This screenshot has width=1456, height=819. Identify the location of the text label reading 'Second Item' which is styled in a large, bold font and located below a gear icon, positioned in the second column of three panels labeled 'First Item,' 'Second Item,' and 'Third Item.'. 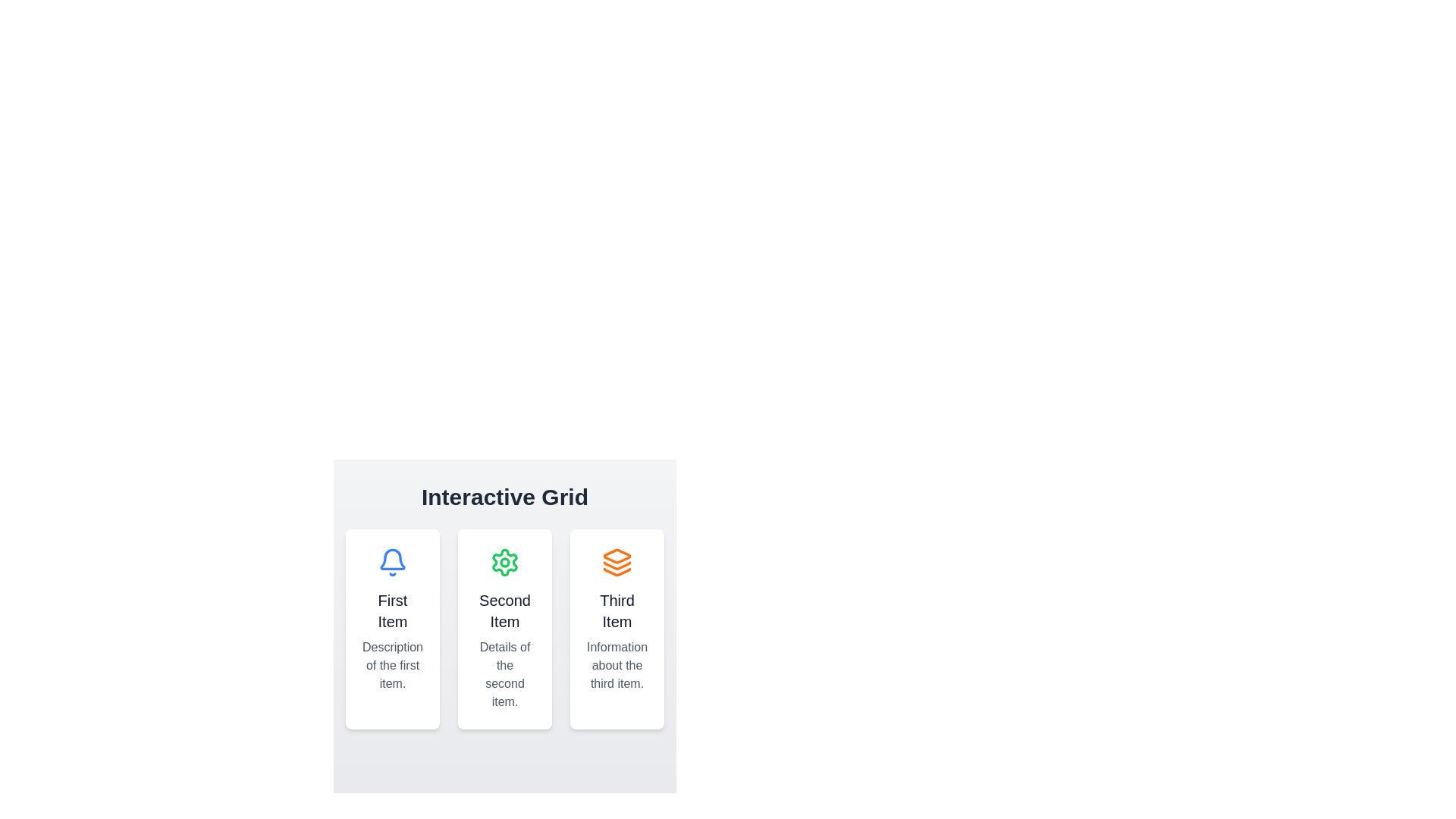
(505, 610).